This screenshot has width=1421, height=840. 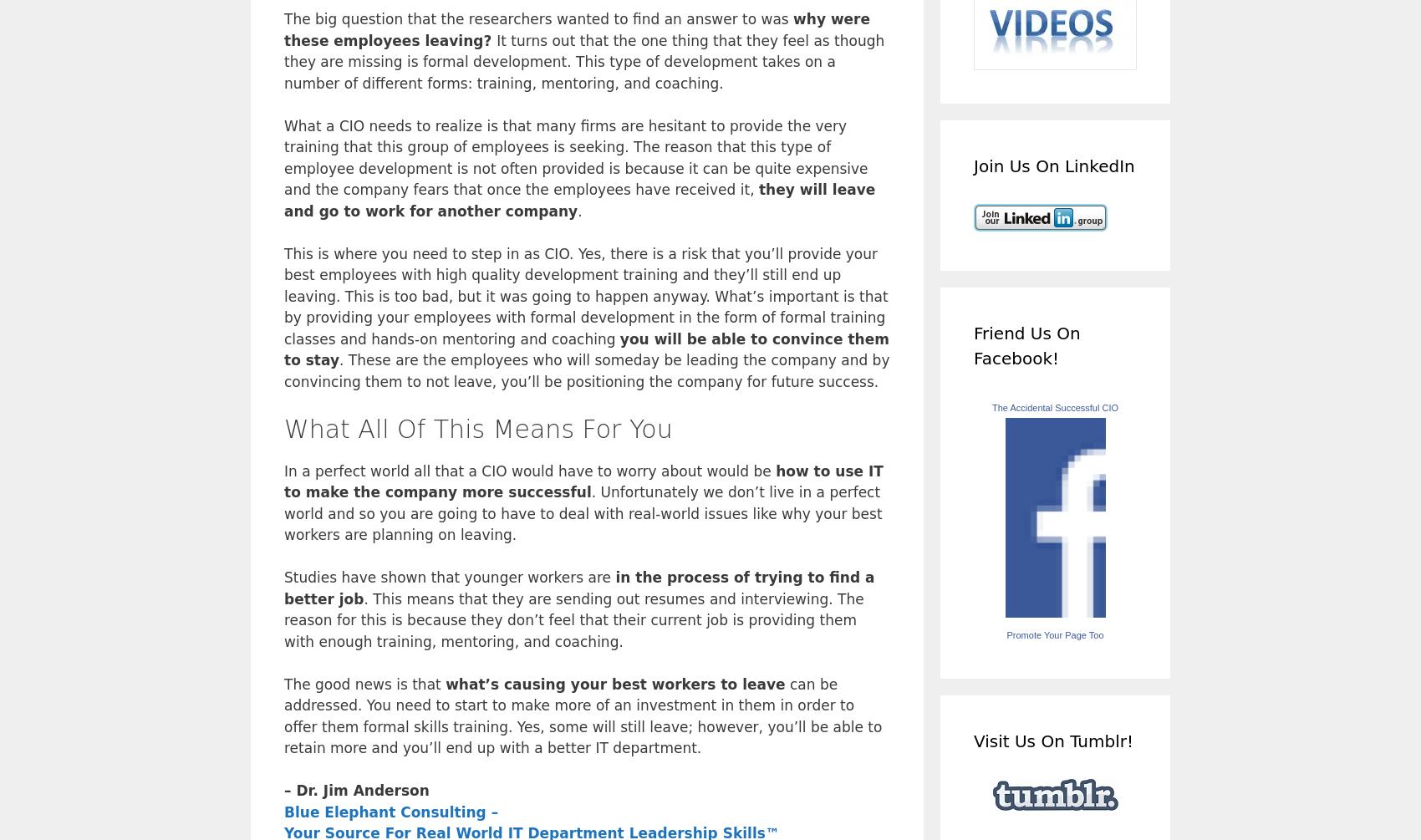 What do you see at coordinates (449, 578) in the screenshot?
I see `'Studies have shown that younger workers are'` at bounding box center [449, 578].